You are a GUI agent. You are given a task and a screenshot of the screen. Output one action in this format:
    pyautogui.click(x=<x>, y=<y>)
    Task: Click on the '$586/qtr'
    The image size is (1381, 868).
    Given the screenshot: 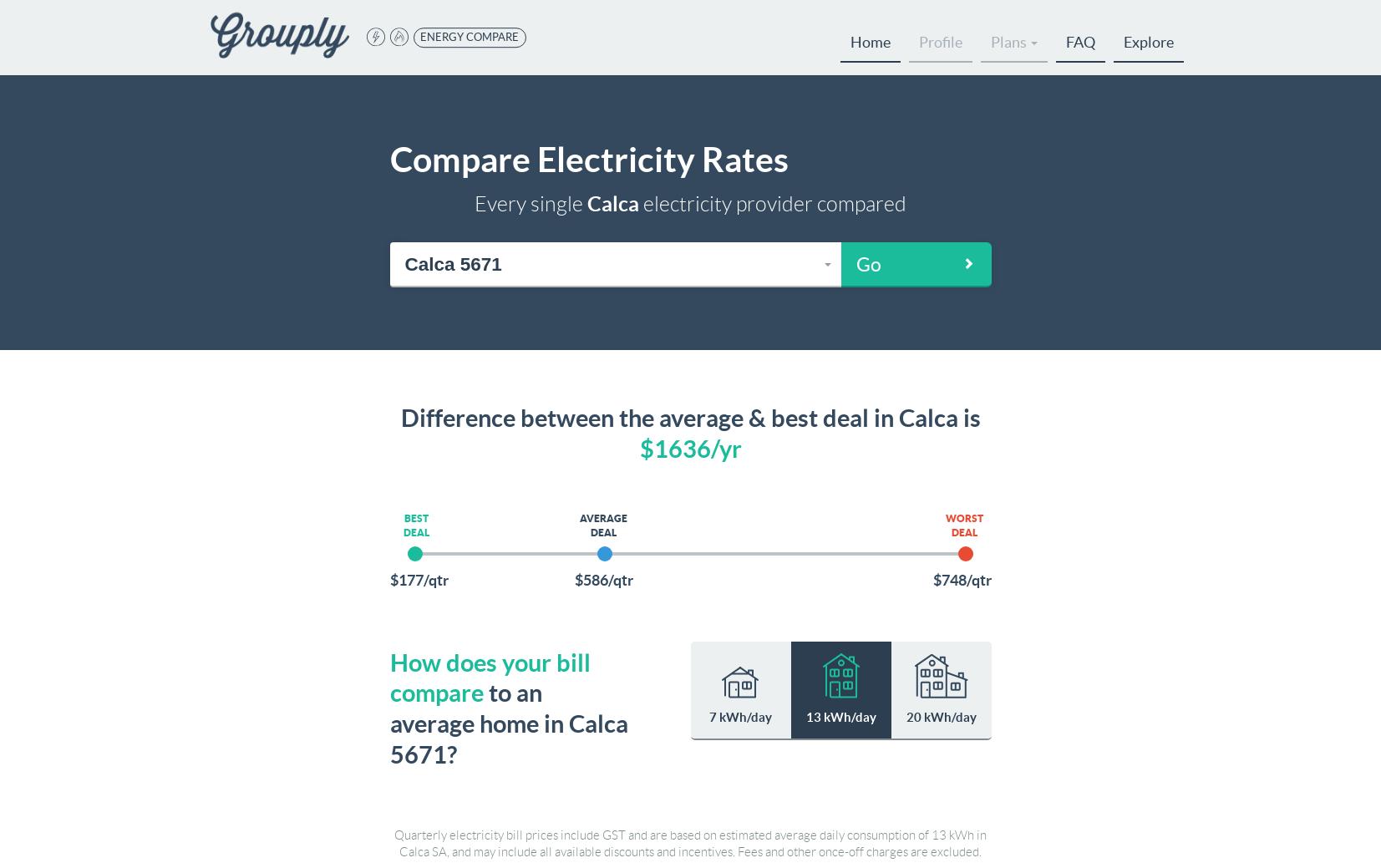 What is the action you would take?
    pyautogui.click(x=602, y=578)
    